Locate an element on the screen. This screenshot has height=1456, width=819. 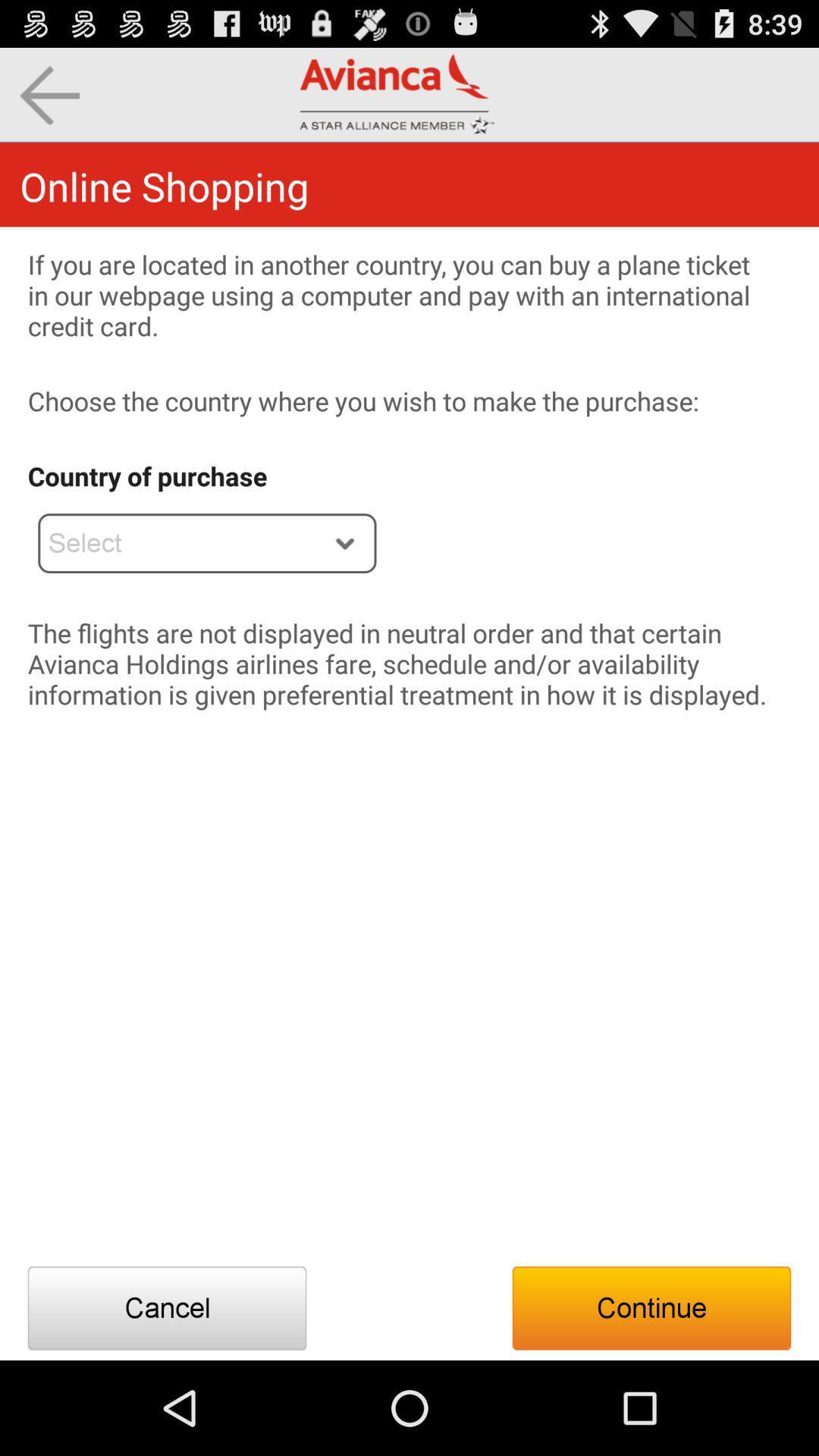
goes to the previous page is located at coordinates (49, 94).